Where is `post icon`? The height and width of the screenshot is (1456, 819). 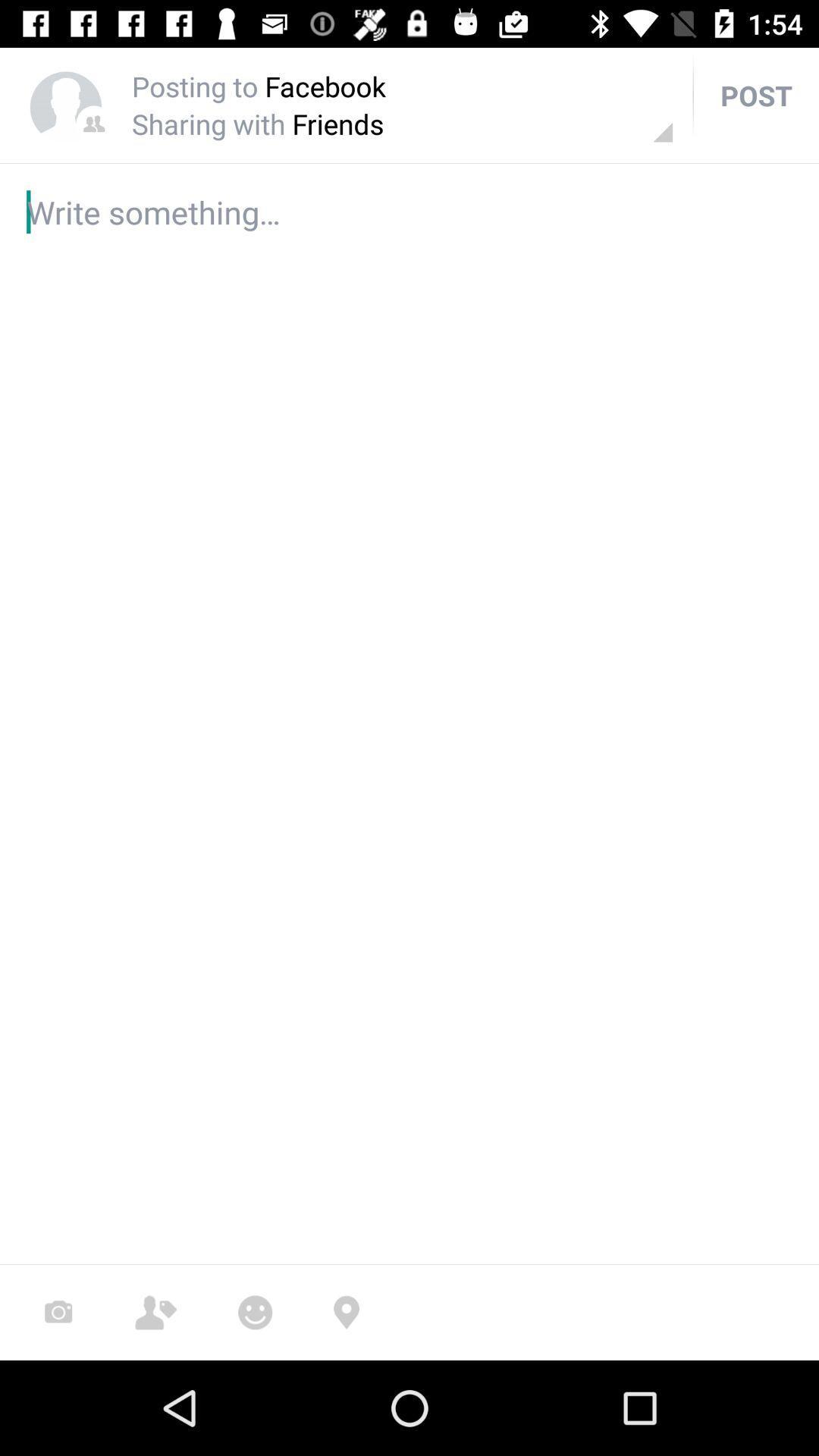
post icon is located at coordinates (756, 94).